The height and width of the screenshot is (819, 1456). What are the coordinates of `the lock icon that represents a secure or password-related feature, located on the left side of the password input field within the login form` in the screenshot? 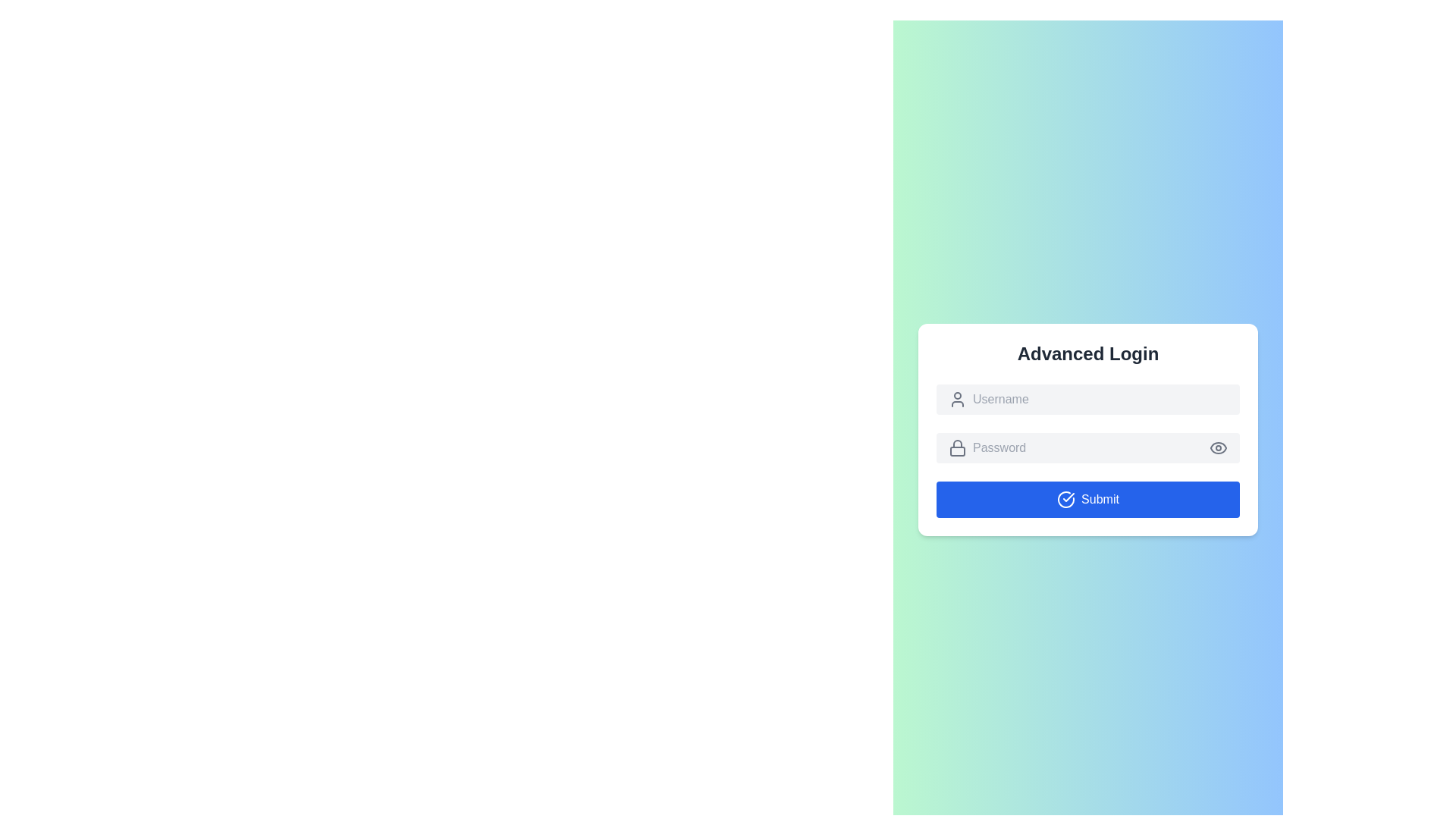 It's located at (956, 447).